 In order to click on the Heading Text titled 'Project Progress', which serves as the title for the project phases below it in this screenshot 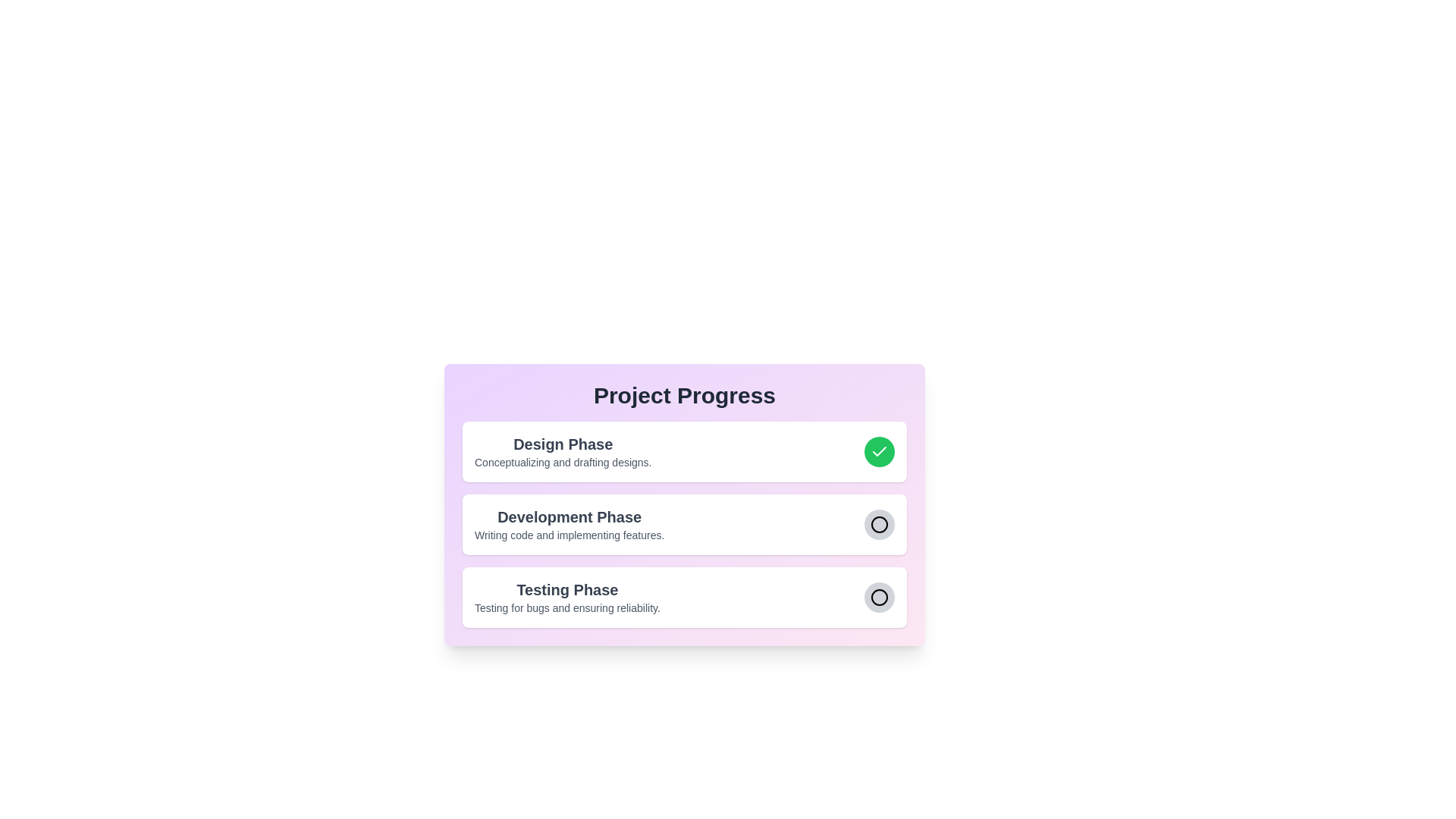, I will do `click(683, 394)`.